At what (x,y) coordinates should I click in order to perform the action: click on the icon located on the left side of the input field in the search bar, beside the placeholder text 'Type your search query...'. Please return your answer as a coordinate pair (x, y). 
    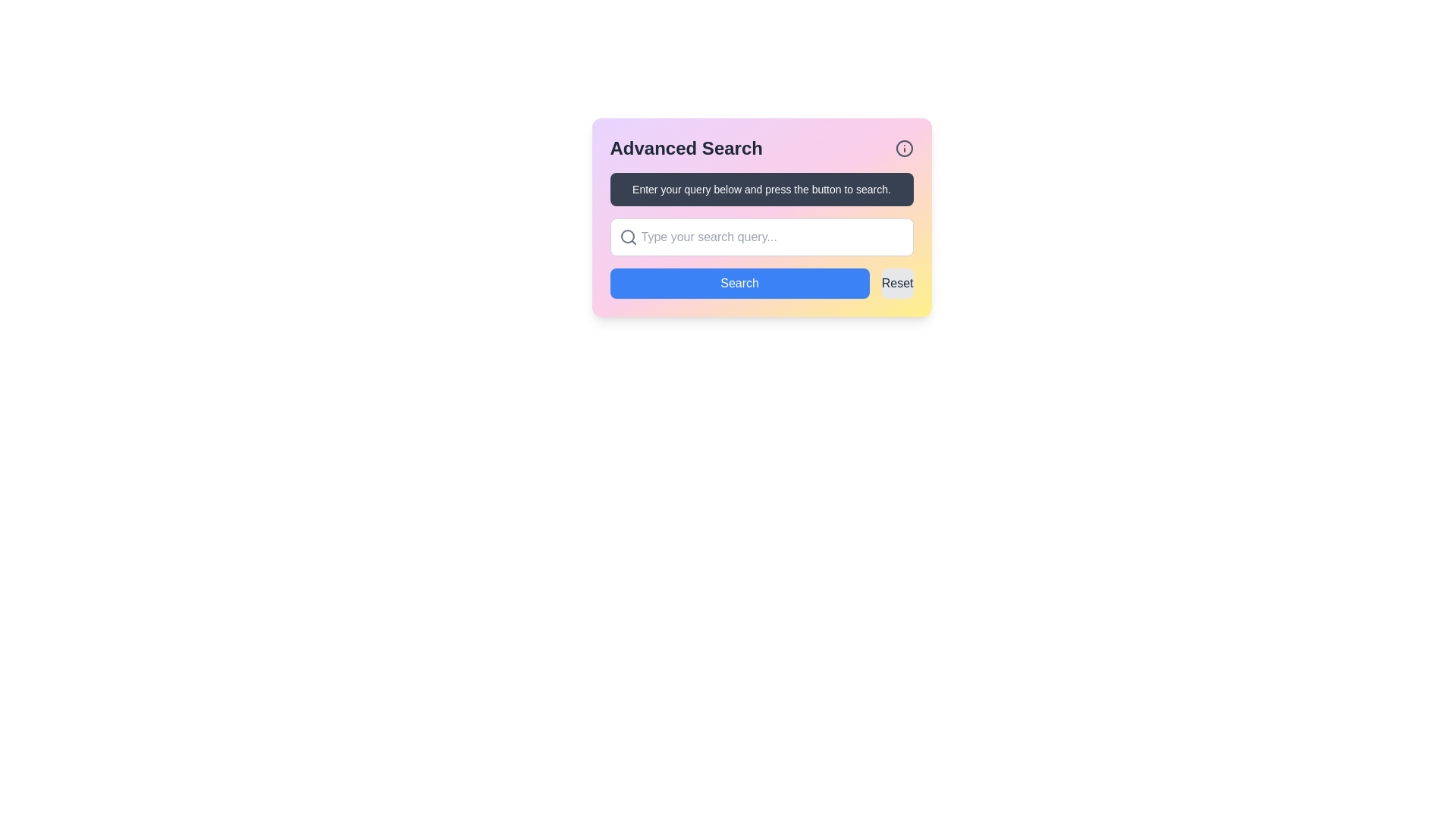
    Looking at the image, I should click on (628, 237).